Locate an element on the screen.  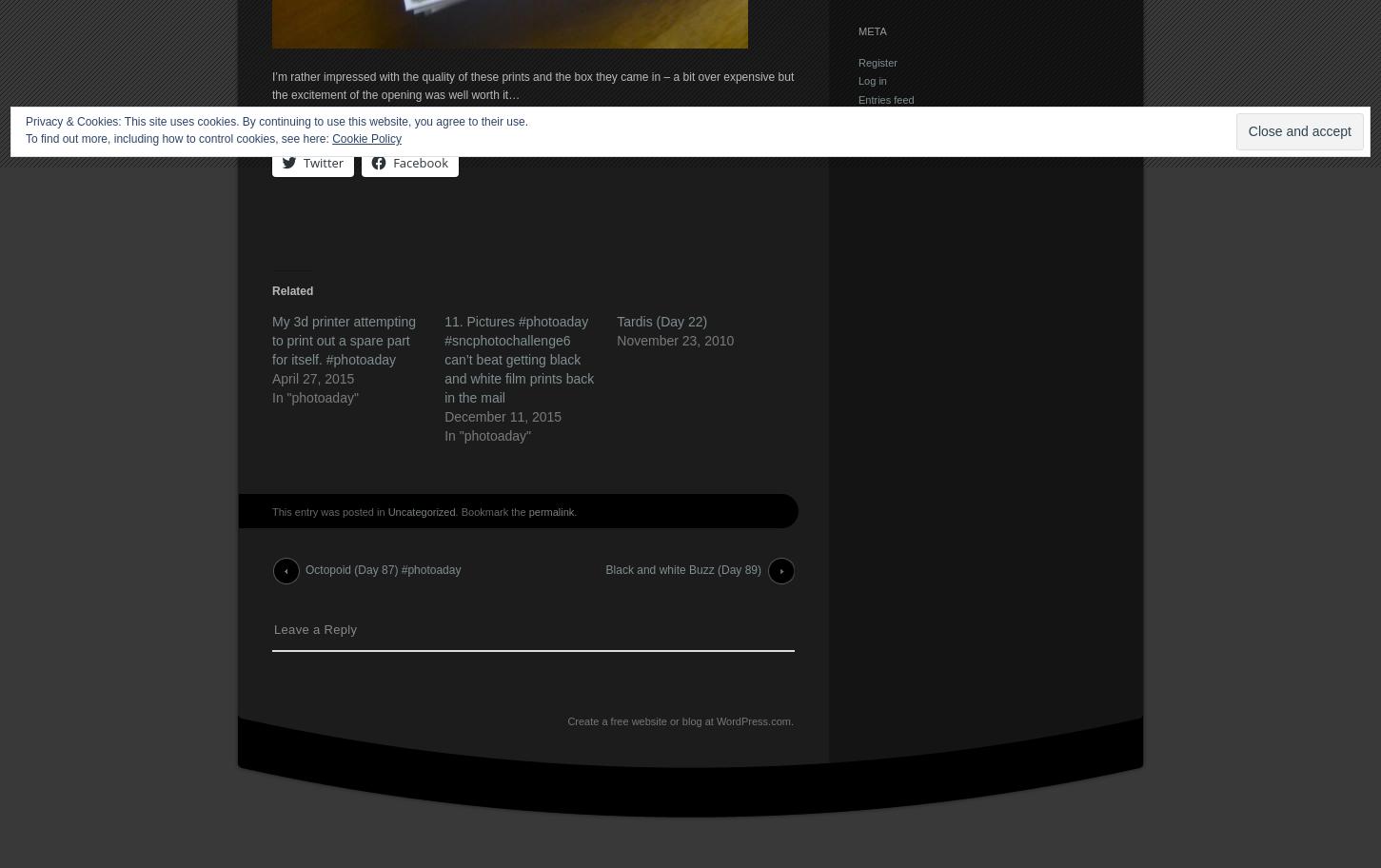
'Facebook' is located at coordinates (419, 163).